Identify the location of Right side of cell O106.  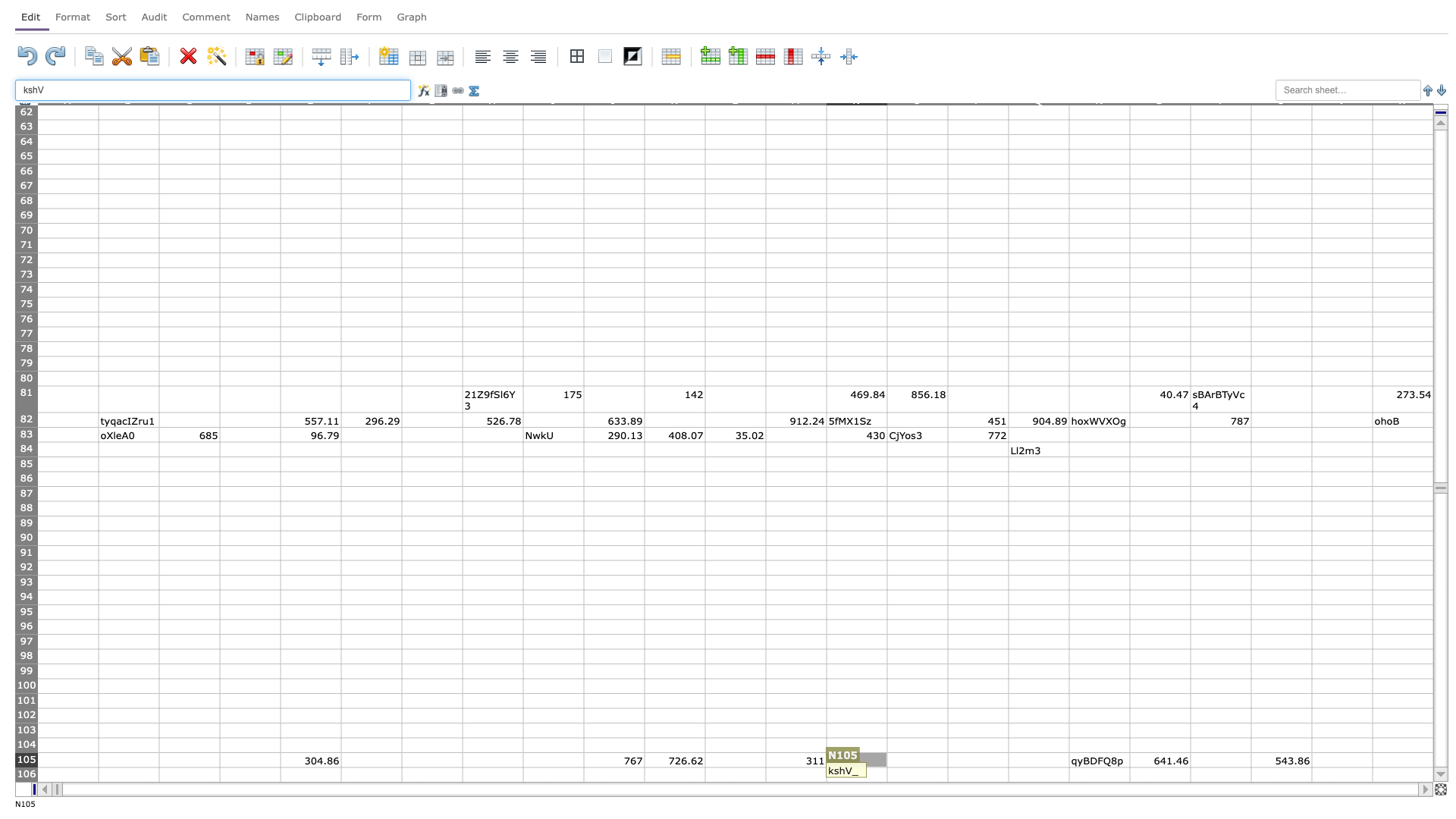
(946, 774).